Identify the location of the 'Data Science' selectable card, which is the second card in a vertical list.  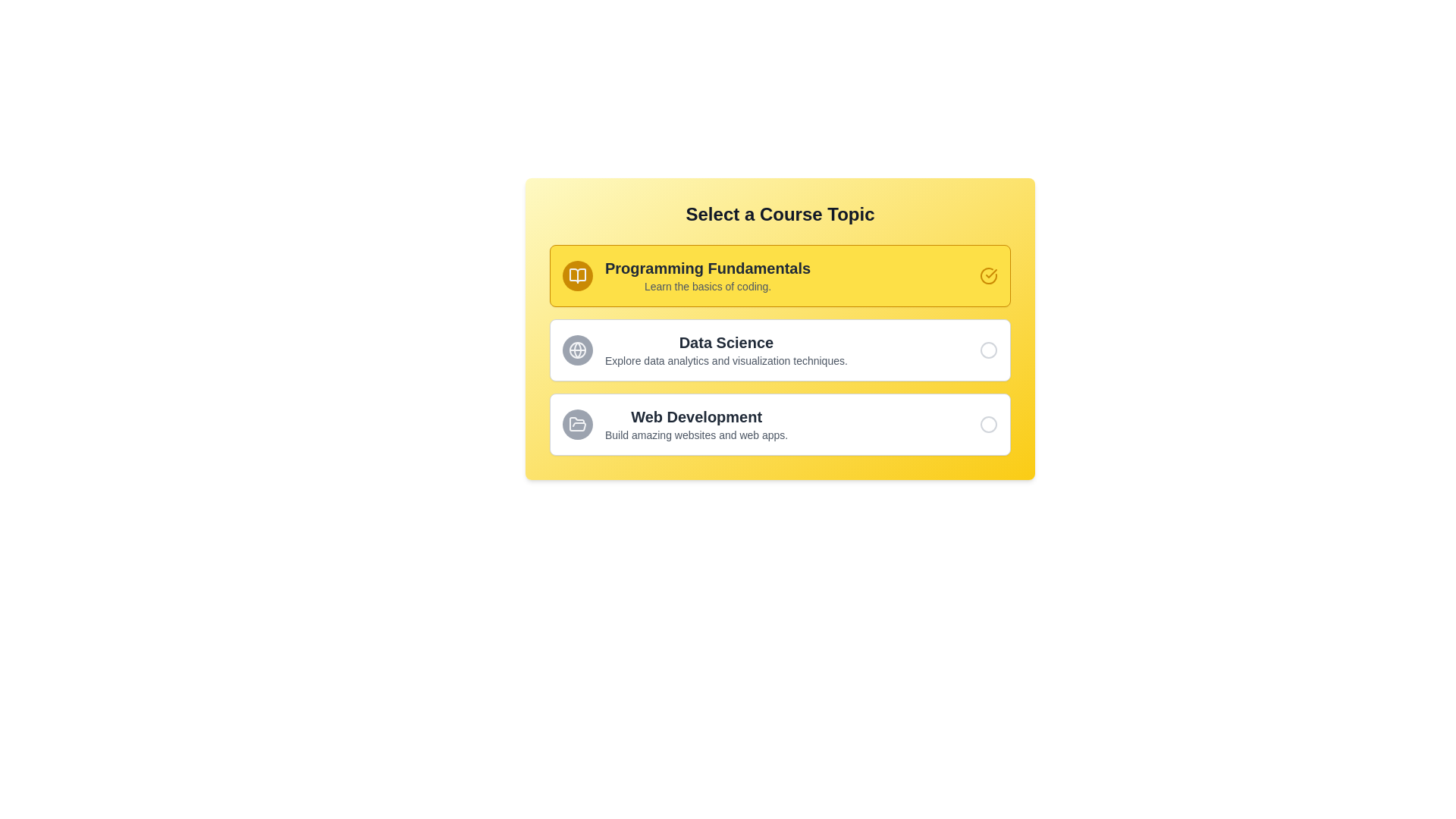
(780, 350).